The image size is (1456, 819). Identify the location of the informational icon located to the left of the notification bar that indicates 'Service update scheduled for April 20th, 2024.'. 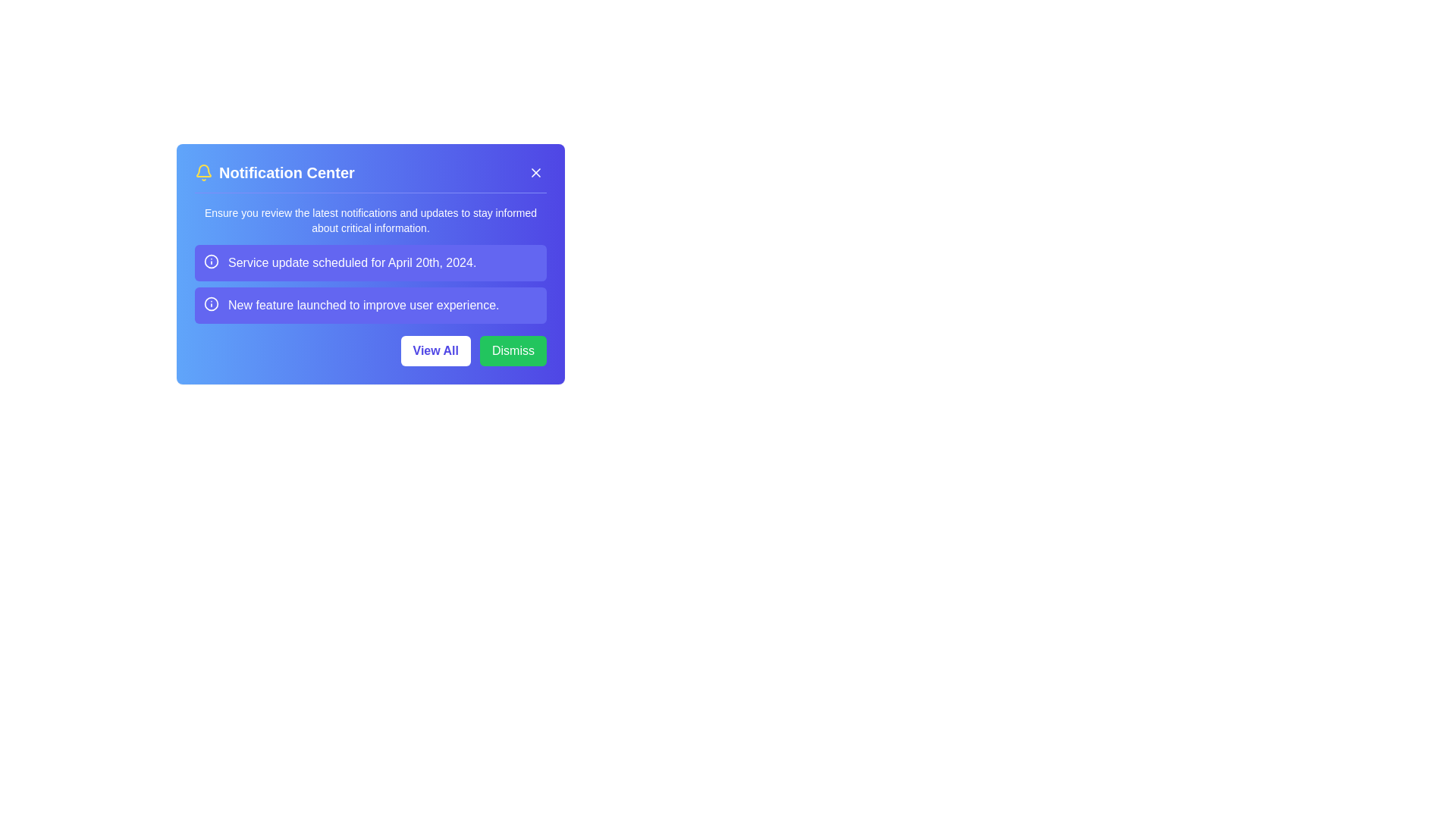
(210, 260).